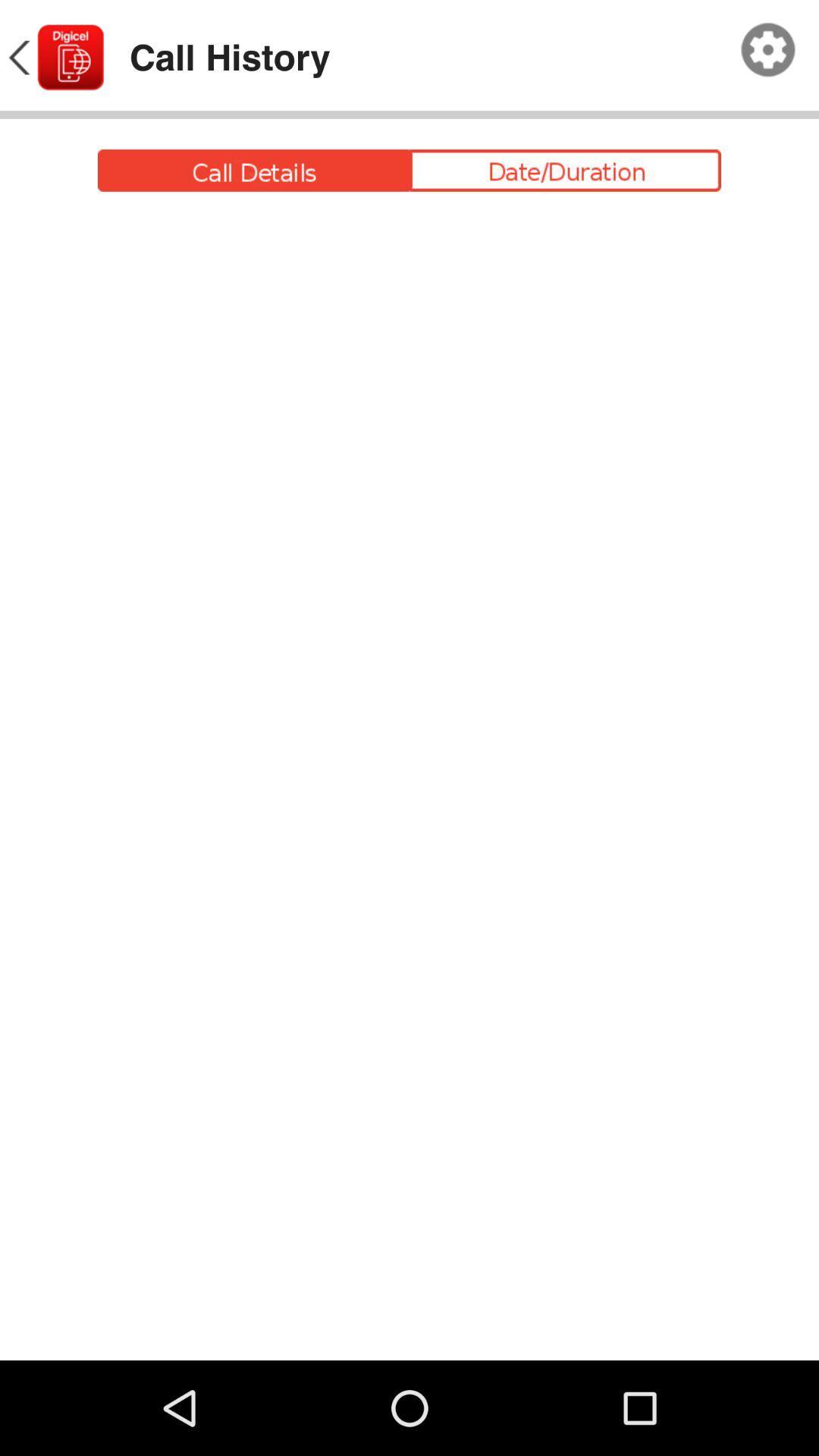  What do you see at coordinates (768, 50) in the screenshot?
I see `the item to the right of call history app` at bounding box center [768, 50].